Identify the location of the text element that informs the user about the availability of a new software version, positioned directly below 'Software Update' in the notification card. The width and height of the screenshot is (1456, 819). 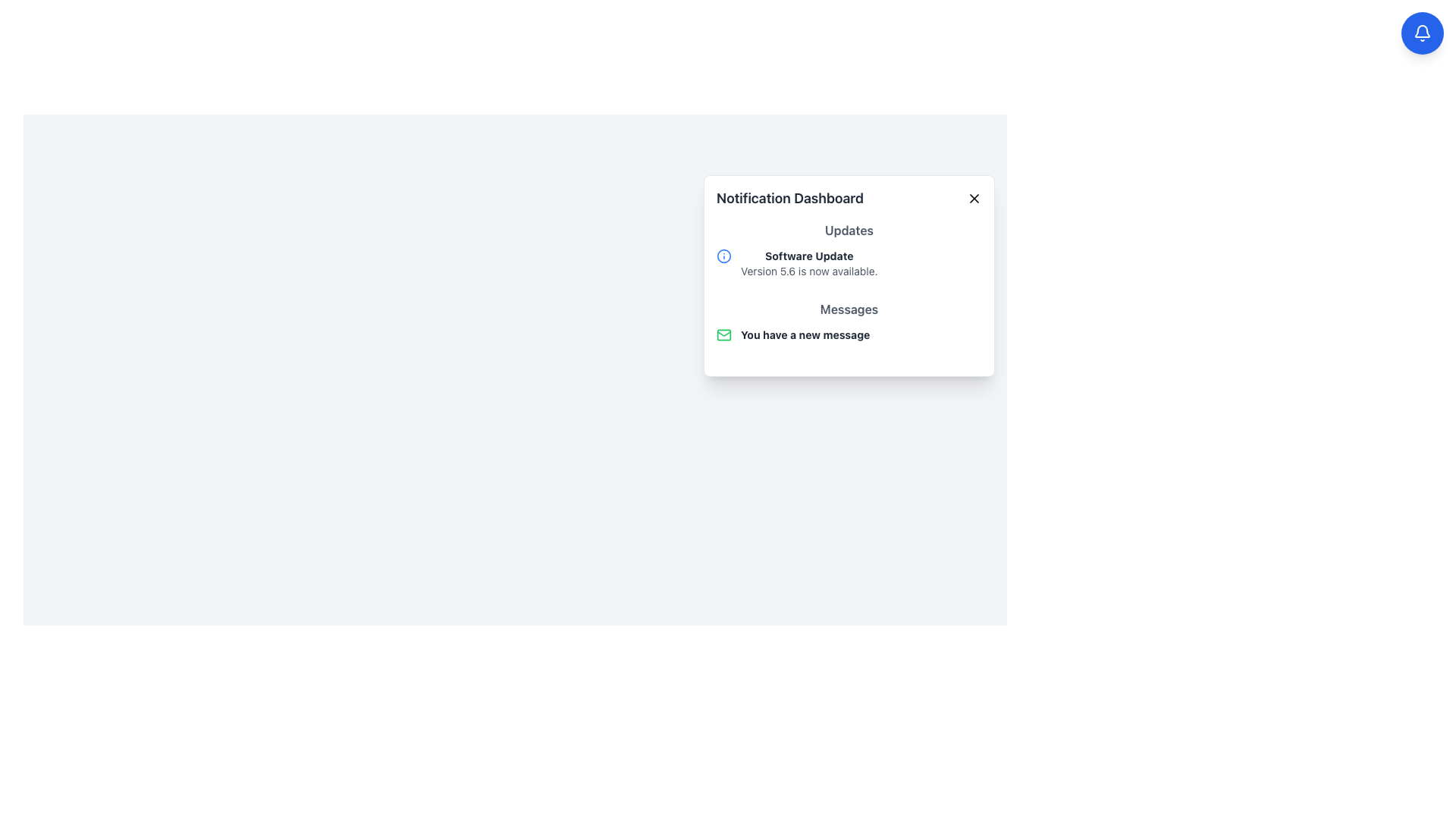
(808, 271).